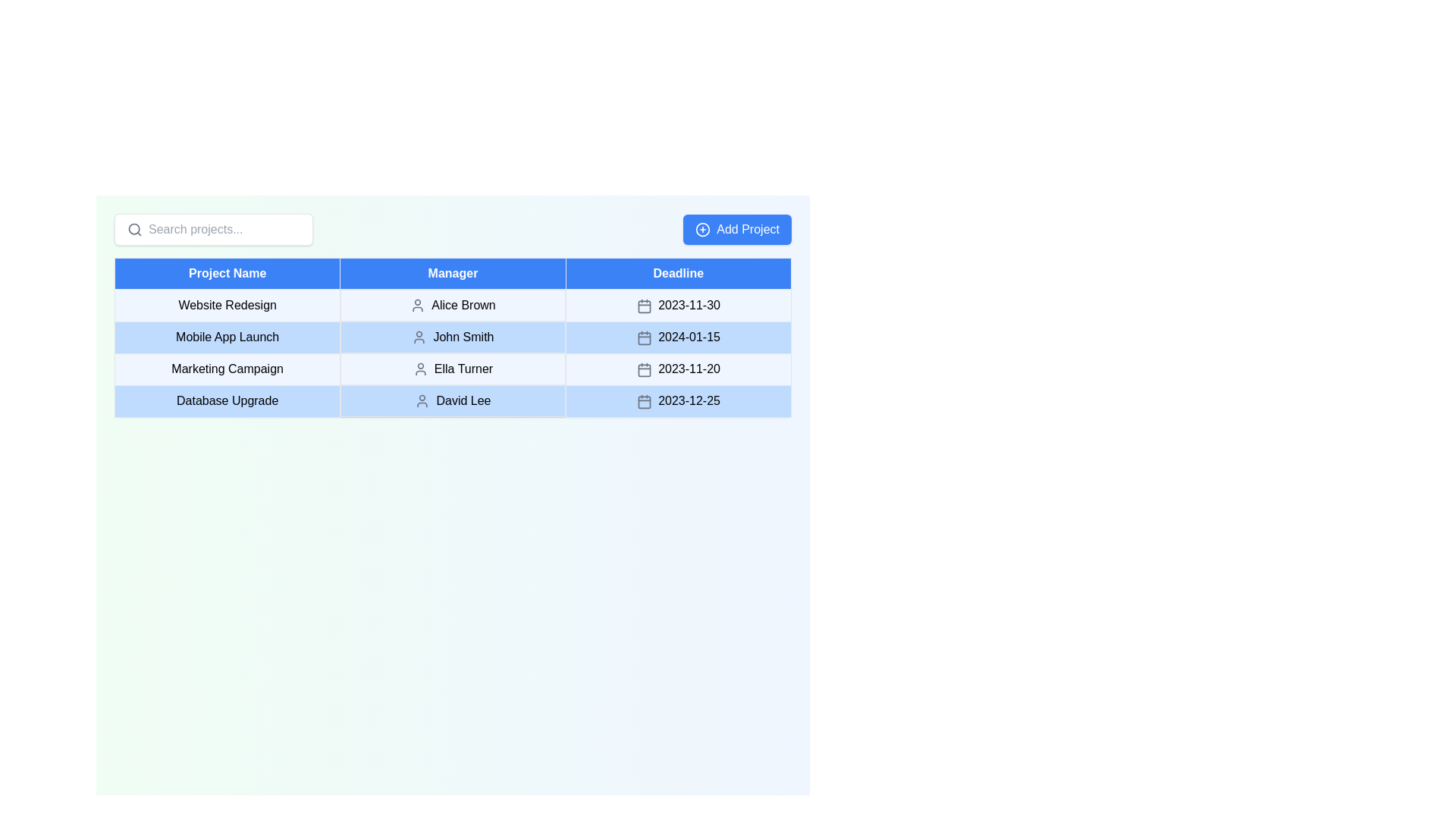 The height and width of the screenshot is (819, 1456). Describe the element at coordinates (644, 337) in the screenshot. I see `the calendar icon located in the Deadline column beside the date '2024-01-15' for the 'Mobile App Launch' row` at that location.